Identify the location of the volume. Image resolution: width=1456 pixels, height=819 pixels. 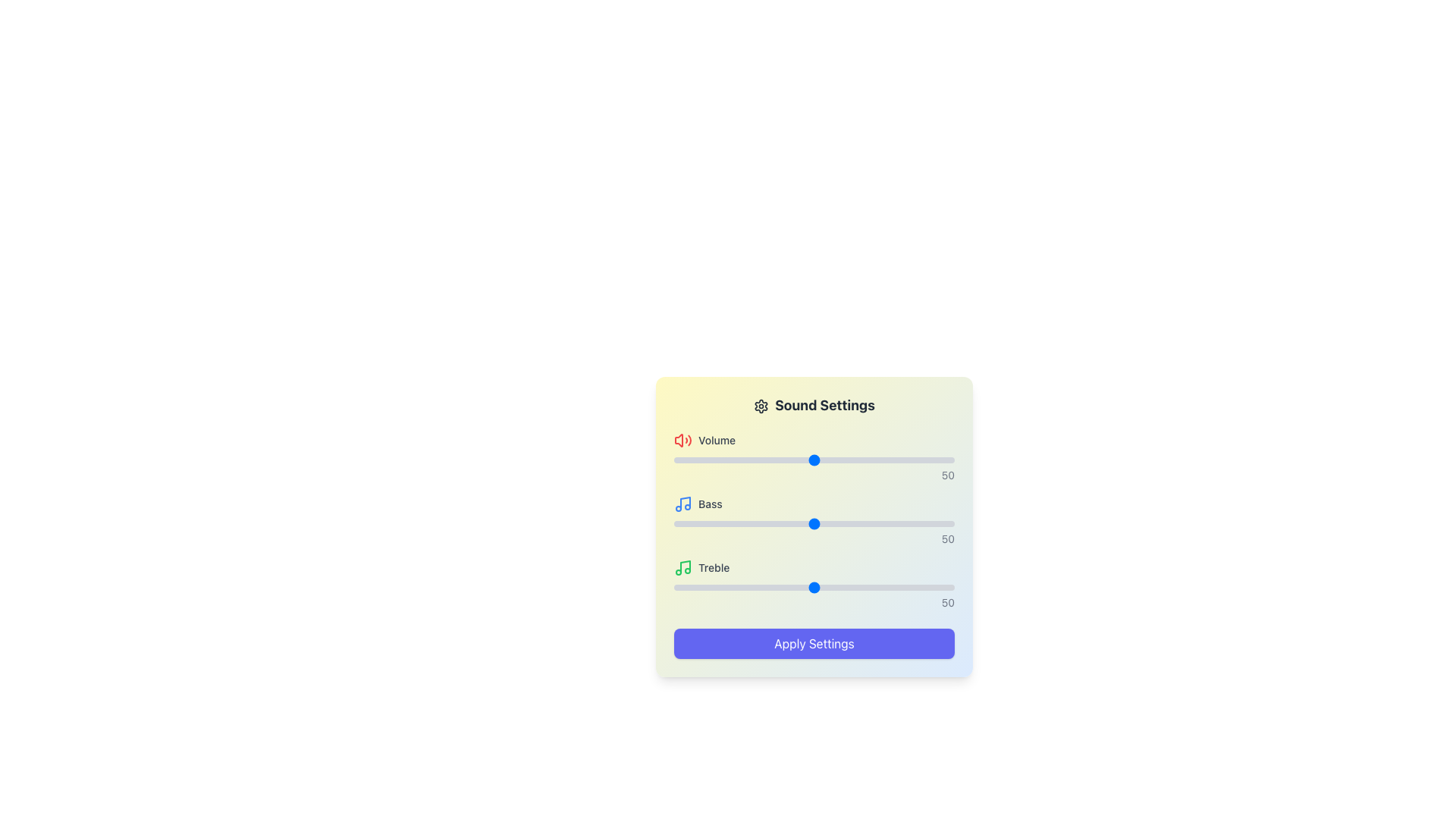
(695, 459).